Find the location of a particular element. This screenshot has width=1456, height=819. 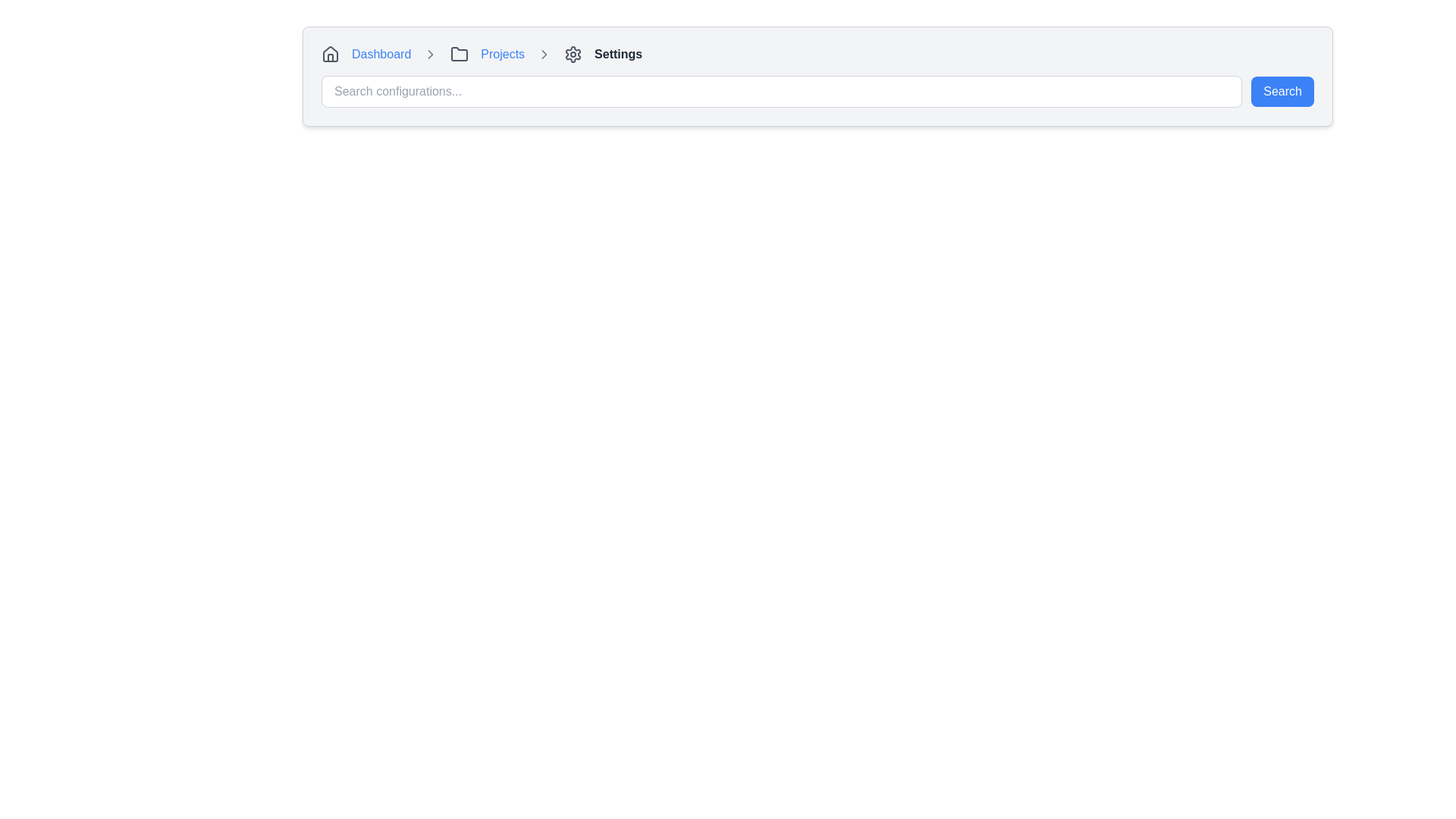

the navigation flow by interacting with the chevron icon located to the right of the 'Projects' label in the breadcrumb navigation row is located at coordinates (544, 54).